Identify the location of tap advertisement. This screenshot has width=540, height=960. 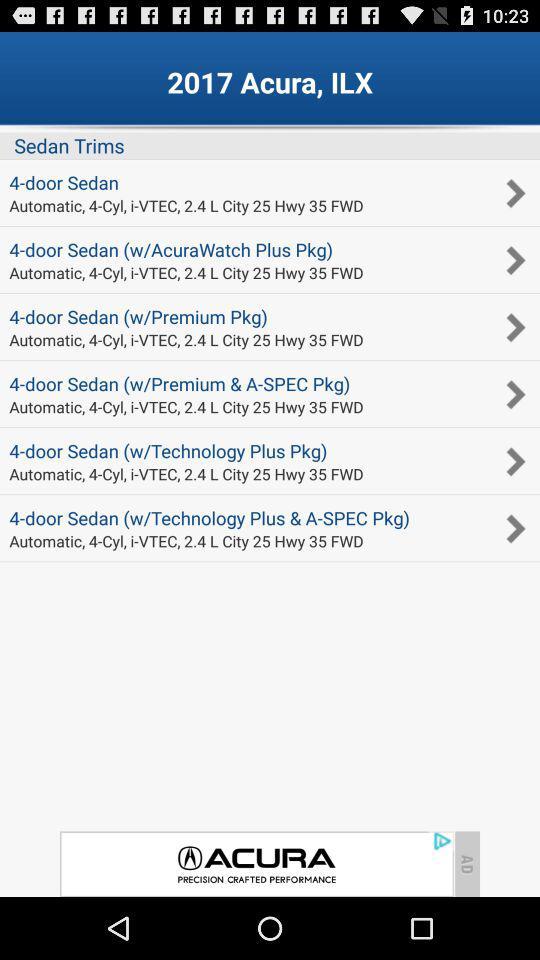
(256, 863).